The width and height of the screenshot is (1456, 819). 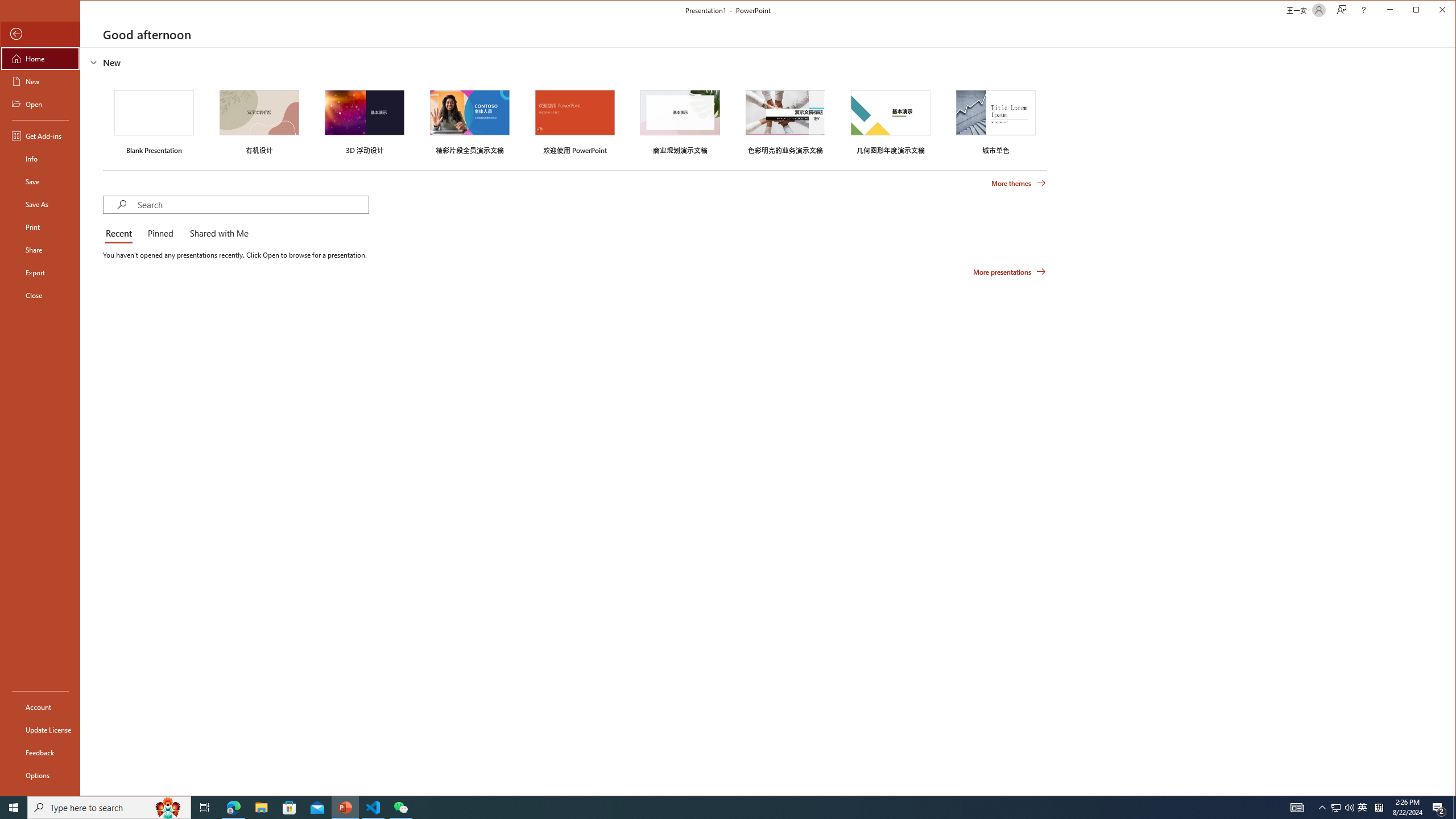 What do you see at coordinates (39, 775) in the screenshot?
I see `'Options'` at bounding box center [39, 775].